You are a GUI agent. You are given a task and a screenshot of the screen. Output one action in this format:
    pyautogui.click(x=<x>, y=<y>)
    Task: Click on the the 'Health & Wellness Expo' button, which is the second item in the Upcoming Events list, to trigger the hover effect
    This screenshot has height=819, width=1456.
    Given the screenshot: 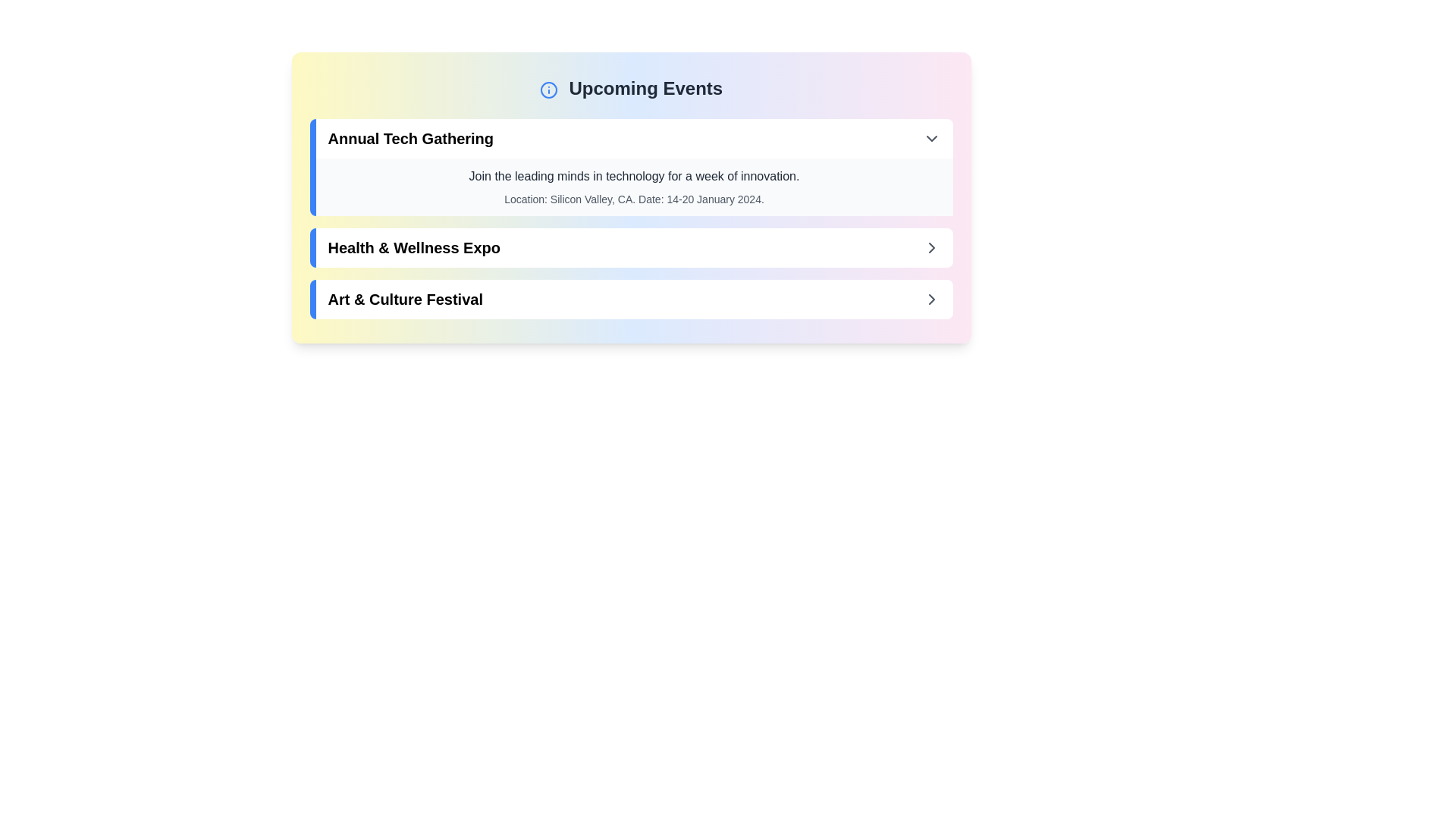 What is the action you would take?
    pyautogui.click(x=634, y=247)
    